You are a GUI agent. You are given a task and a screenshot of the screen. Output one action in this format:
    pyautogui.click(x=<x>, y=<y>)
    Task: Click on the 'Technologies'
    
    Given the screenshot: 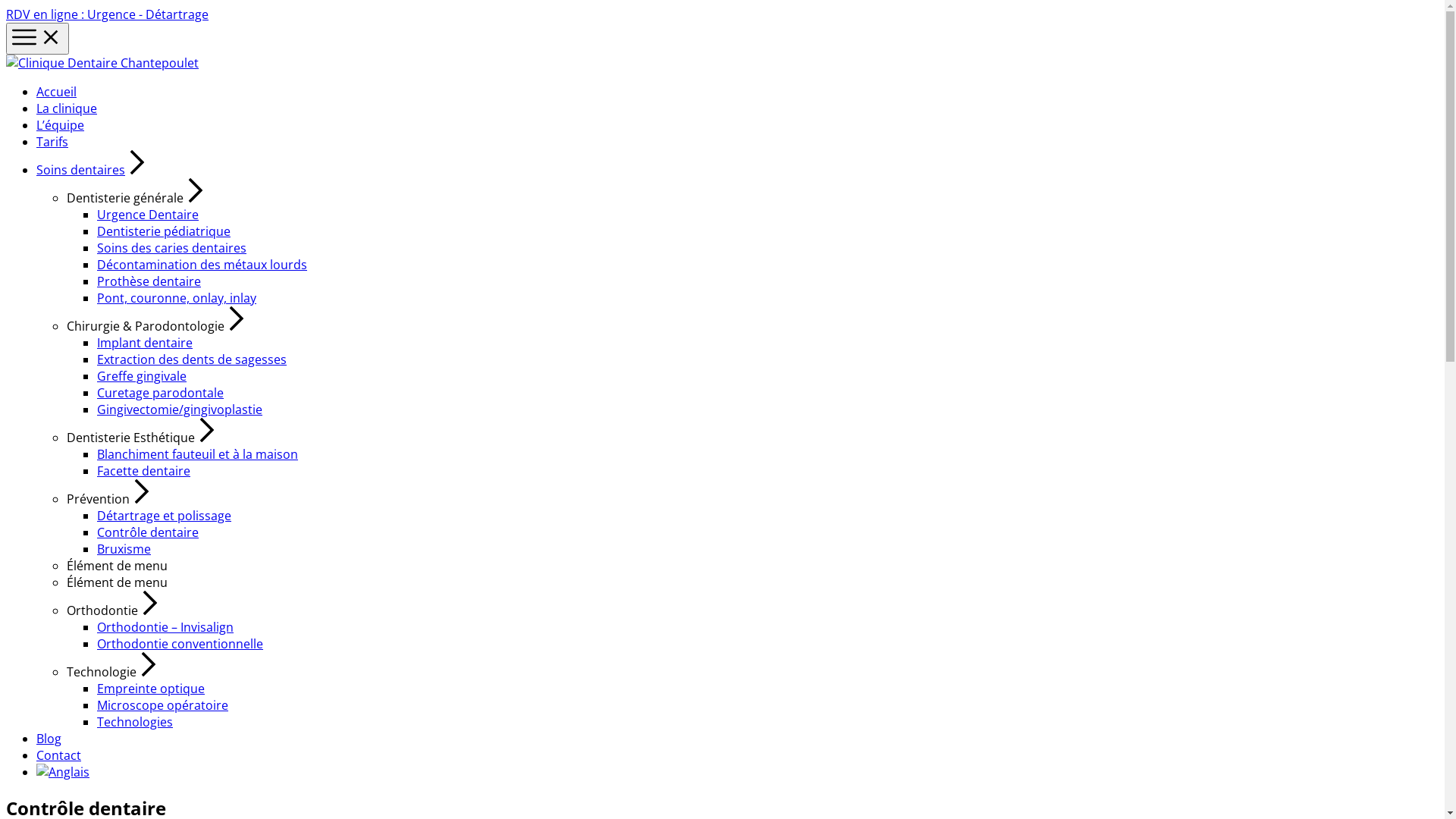 What is the action you would take?
    pyautogui.click(x=134, y=721)
    